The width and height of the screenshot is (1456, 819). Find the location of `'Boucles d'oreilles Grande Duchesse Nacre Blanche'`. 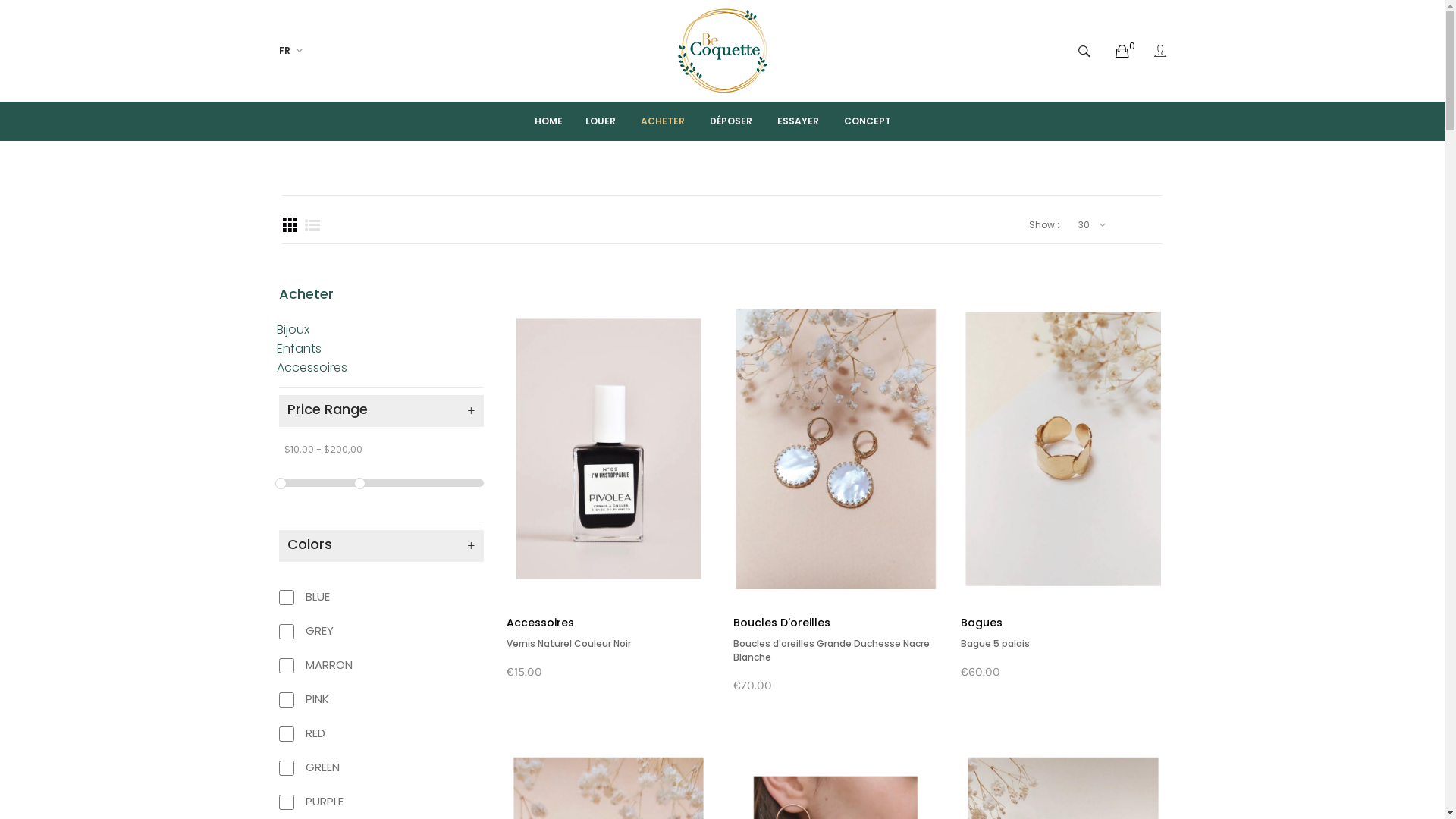

'Boucles d'oreilles Grande Duchesse Nacre Blanche' is located at coordinates (830, 649).